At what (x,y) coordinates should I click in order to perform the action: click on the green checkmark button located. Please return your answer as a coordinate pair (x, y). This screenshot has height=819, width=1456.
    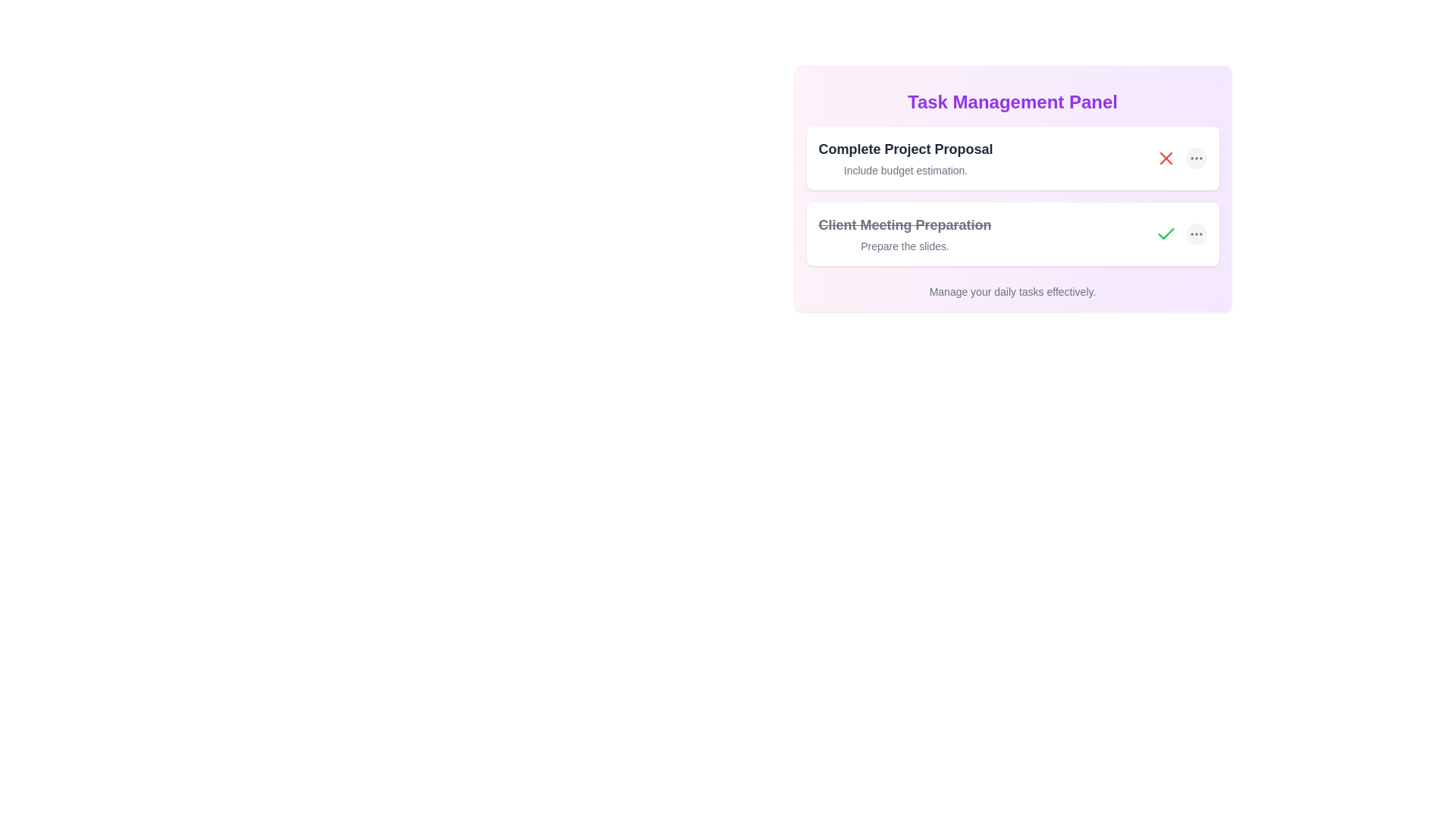
    Looking at the image, I should click on (1165, 234).